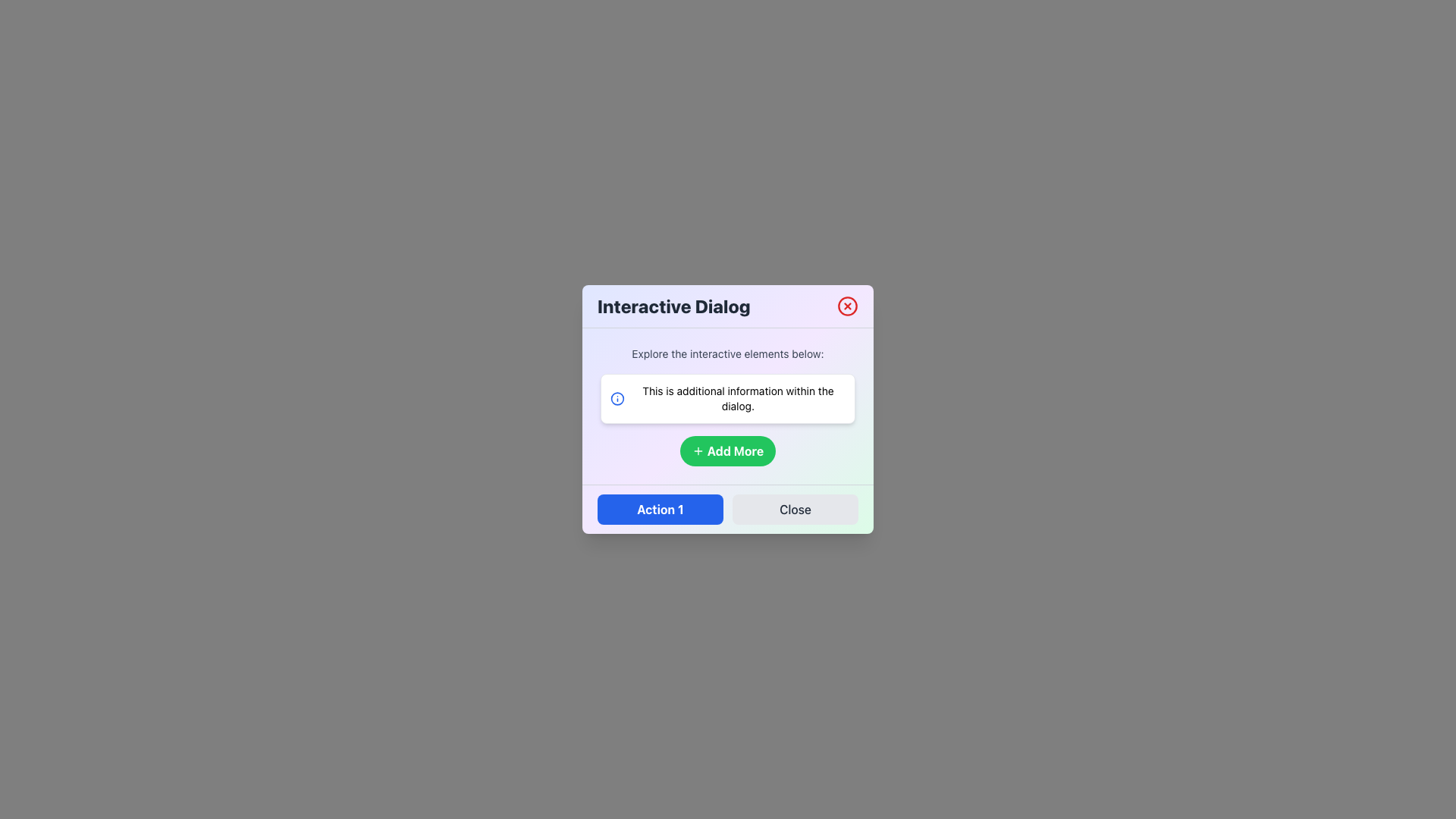 The height and width of the screenshot is (819, 1456). Describe the element at coordinates (660, 509) in the screenshot. I see `the rectangular button with a blue background and white bold text labeled 'Action 1', located at the bottom section of the dialog box for keyboard interaction` at that location.